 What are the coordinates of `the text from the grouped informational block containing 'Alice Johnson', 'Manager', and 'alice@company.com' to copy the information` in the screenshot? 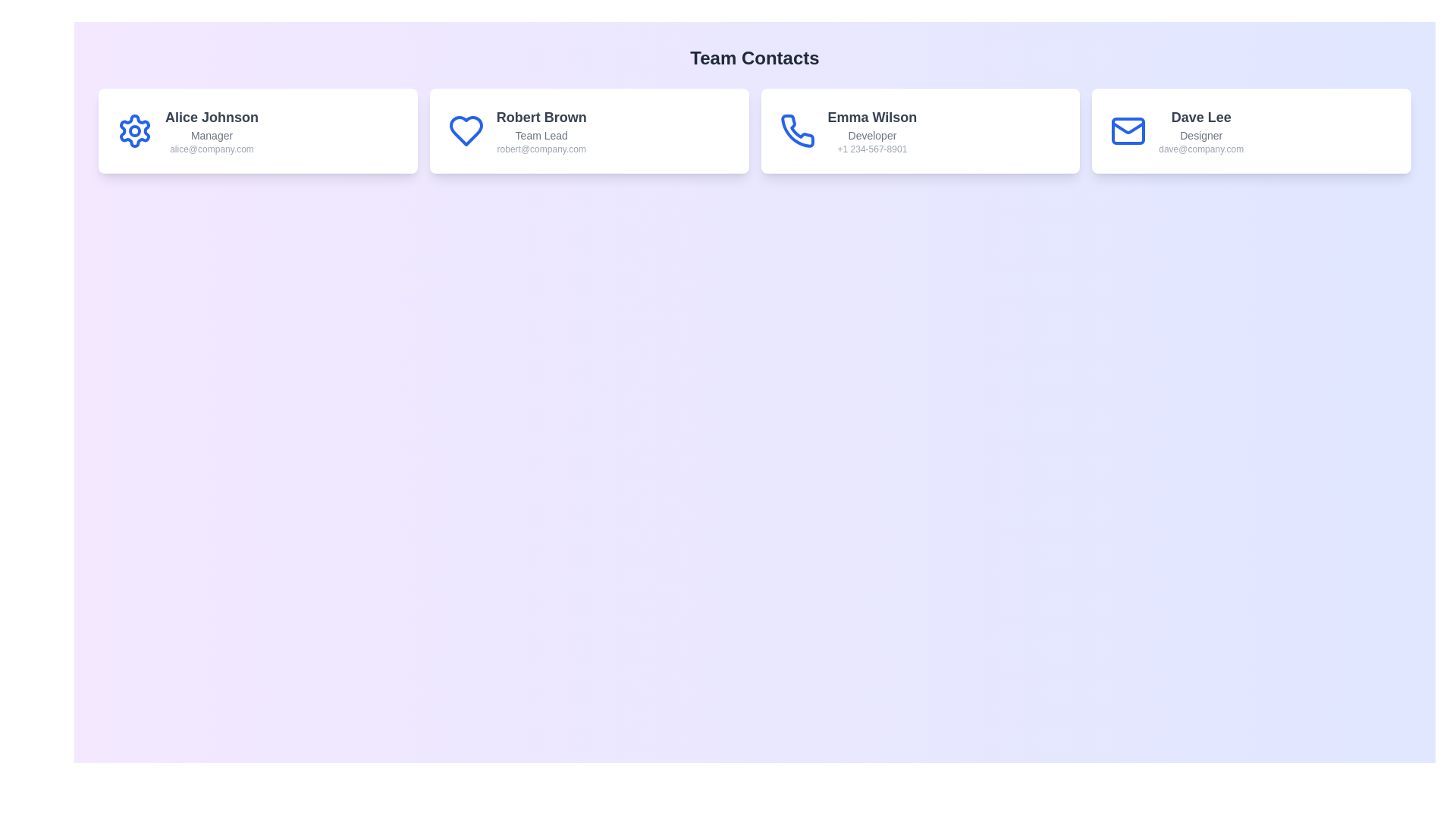 It's located at (211, 130).